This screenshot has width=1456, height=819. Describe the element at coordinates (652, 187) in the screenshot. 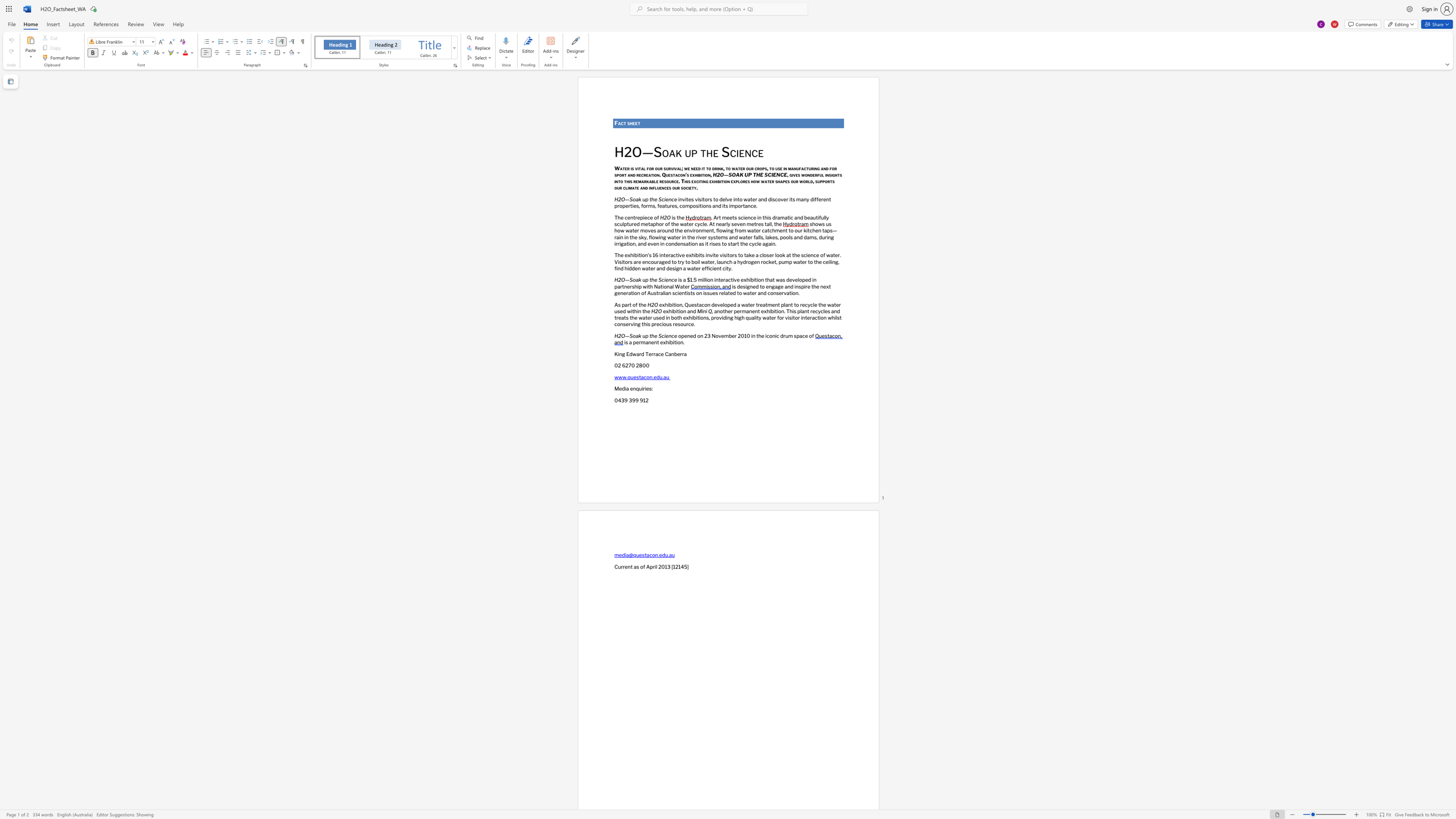

I see `the subset text "flue" within the text "and influences our society."` at that location.